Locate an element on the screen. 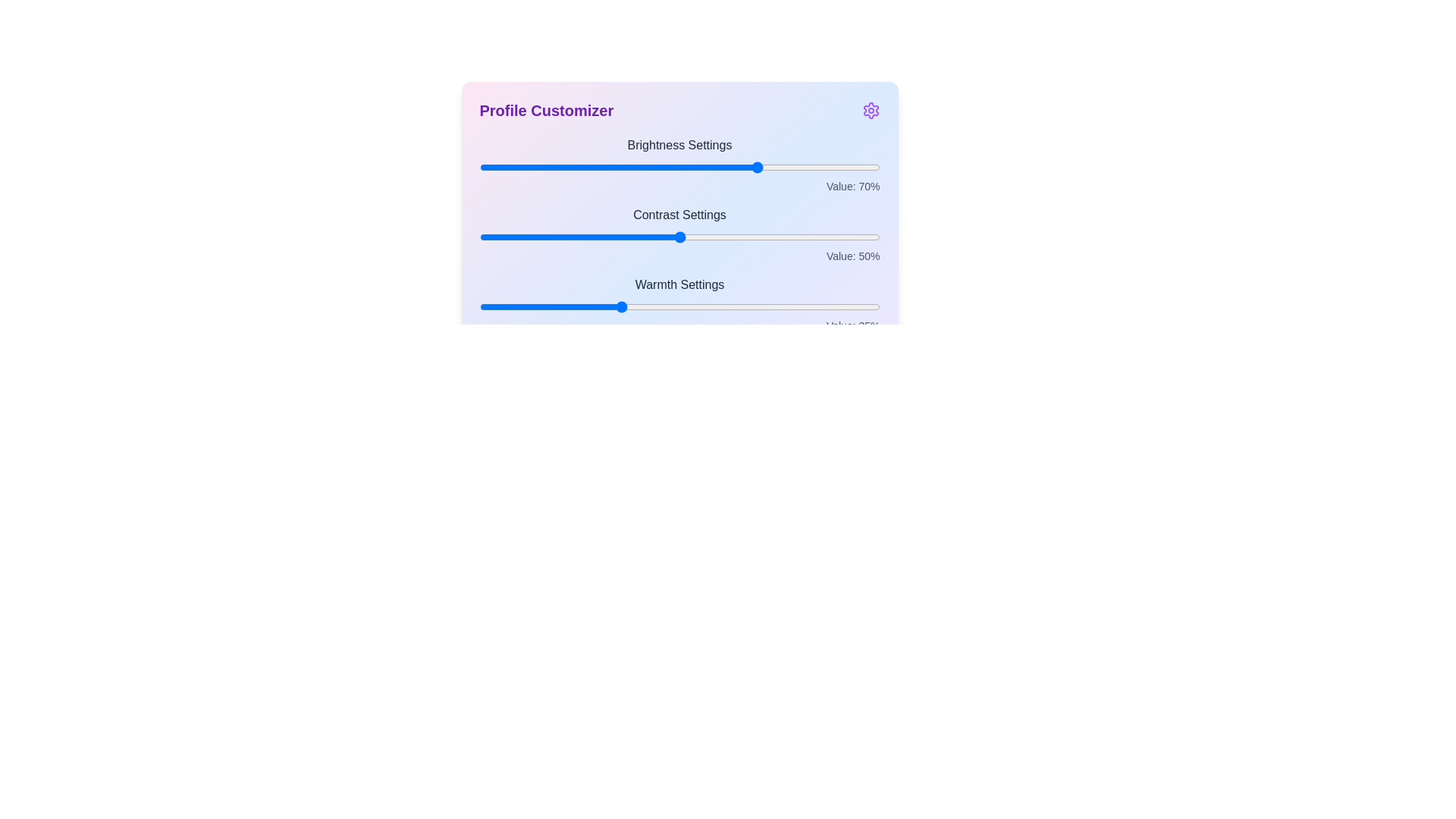  the 1 slider to 57% is located at coordinates (707, 237).